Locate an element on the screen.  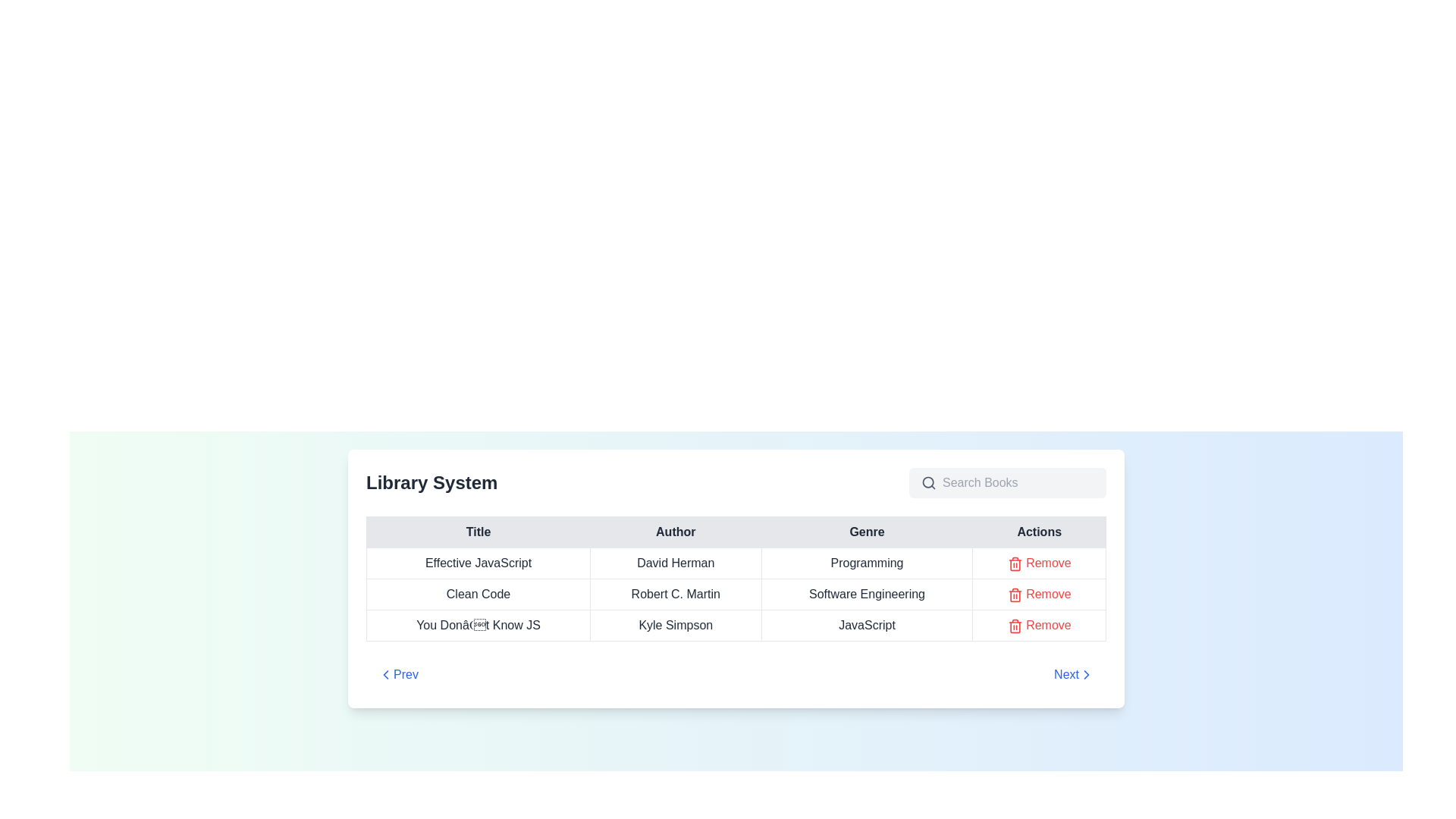
the 'Next' button, which is styled in blue with a right-pointing chevron icon, located at the bottom-right corner of the library system navigation section is located at coordinates (1073, 674).